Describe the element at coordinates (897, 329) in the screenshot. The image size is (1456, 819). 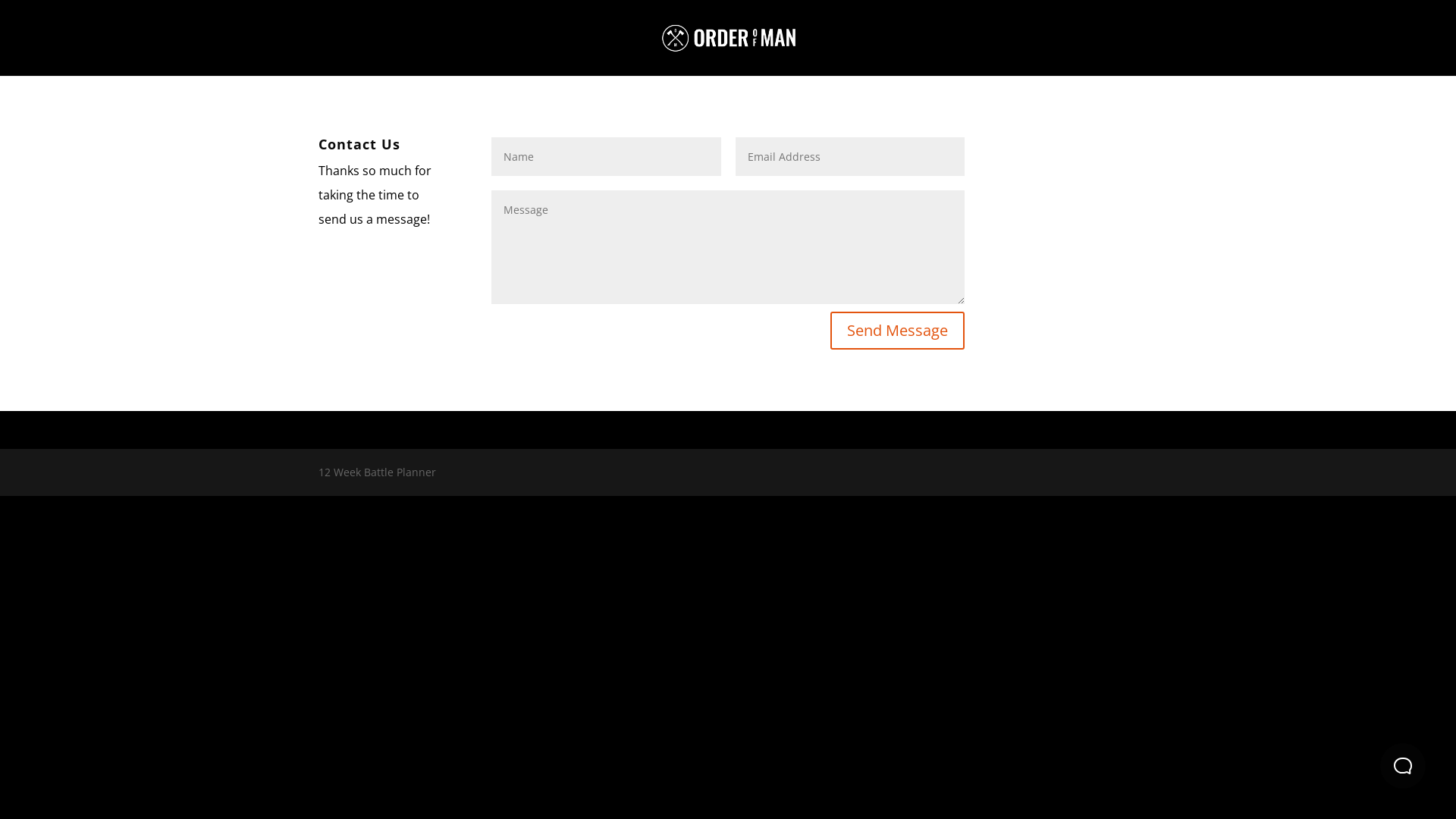
I see `'Send Message'` at that location.